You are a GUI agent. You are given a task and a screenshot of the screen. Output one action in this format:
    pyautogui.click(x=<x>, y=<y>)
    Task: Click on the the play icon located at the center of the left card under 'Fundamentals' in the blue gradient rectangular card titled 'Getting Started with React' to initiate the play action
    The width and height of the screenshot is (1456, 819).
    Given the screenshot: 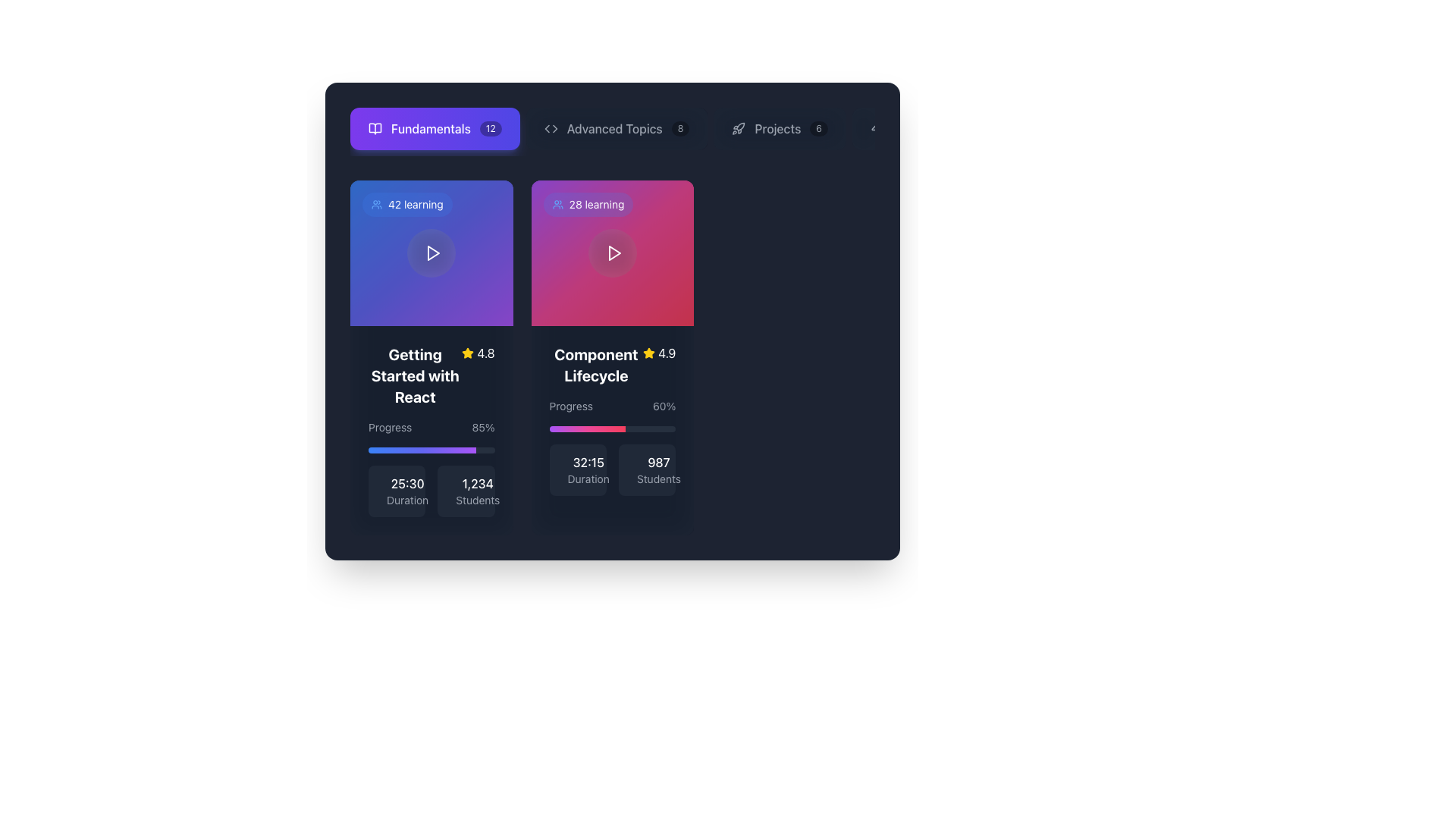 What is the action you would take?
    pyautogui.click(x=433, y=253)
    